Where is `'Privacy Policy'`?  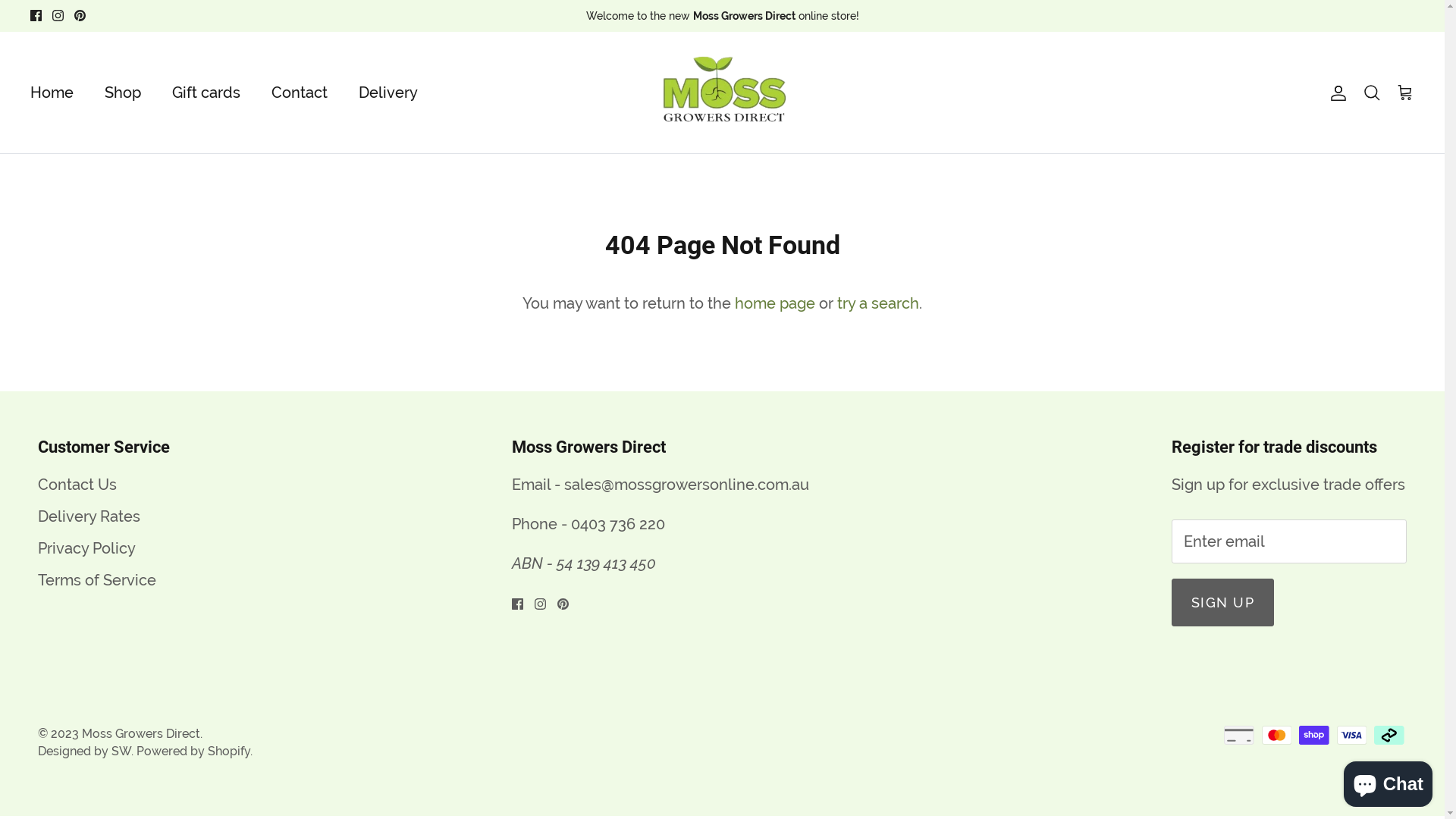
'Privacy Policy' is located at coordinates (86, 548).